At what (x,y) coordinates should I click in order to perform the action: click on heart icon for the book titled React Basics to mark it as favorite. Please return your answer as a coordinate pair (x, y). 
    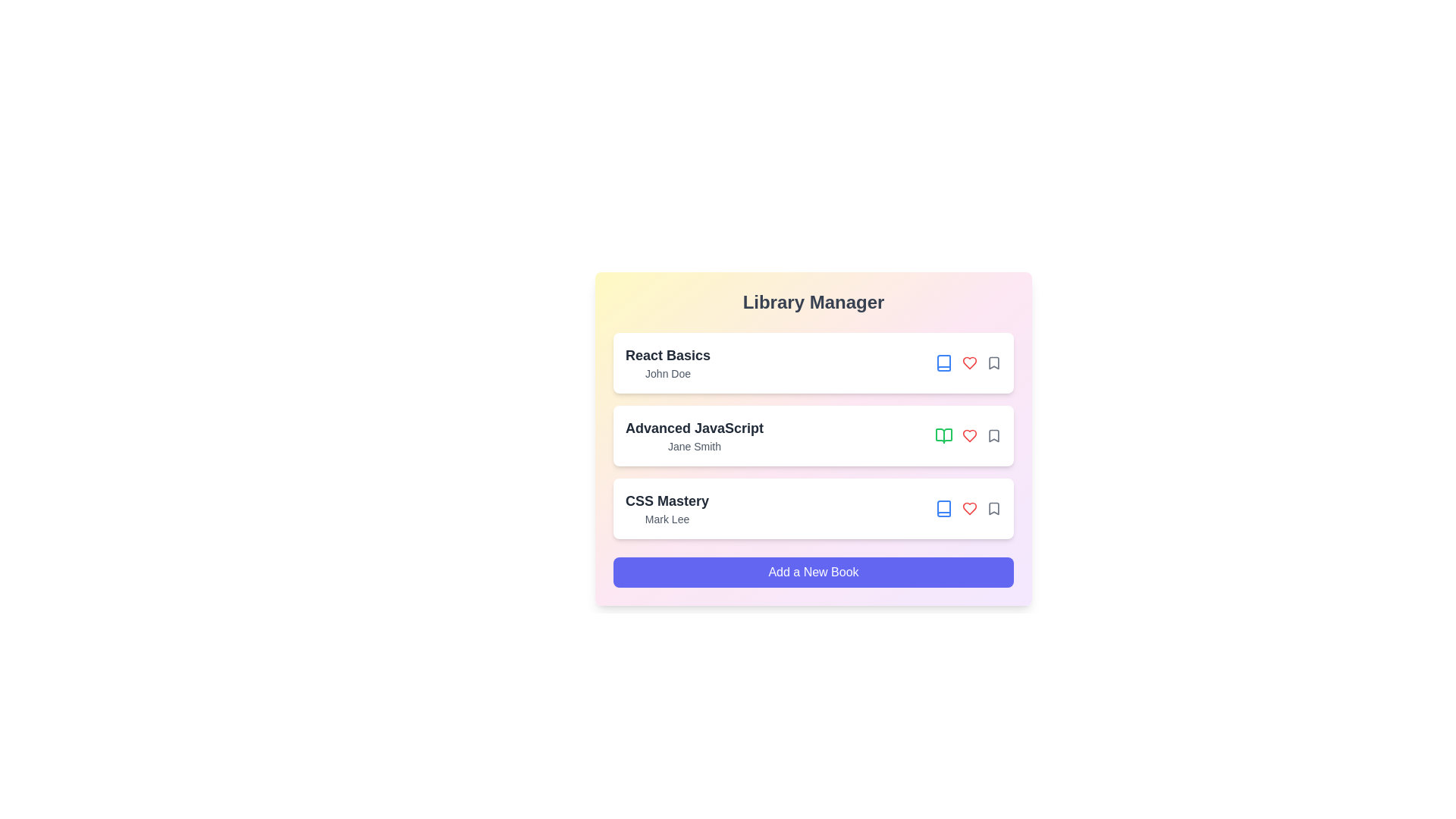
    Looking at the image, I should click on (968, 362).